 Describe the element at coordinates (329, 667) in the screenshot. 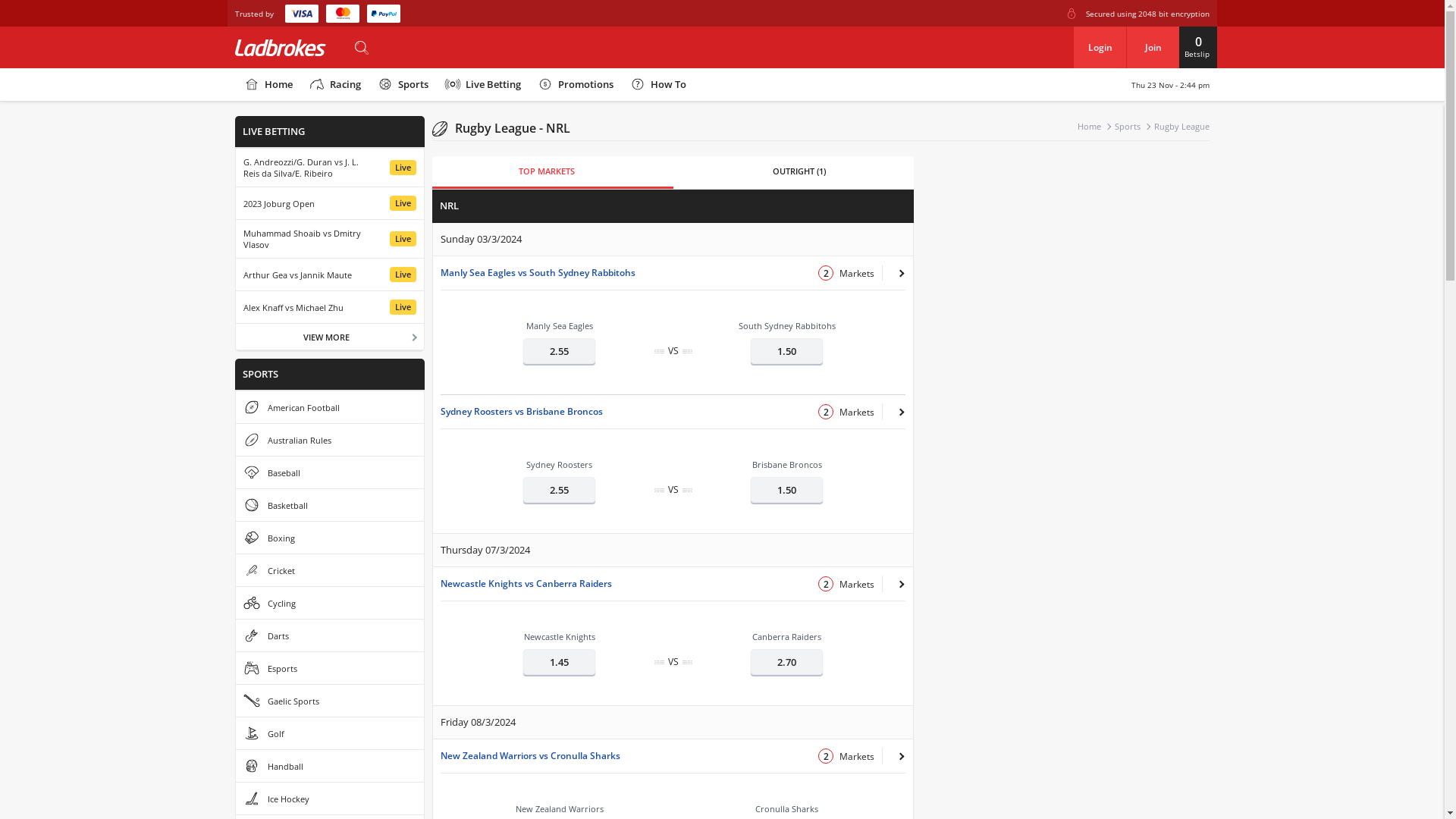

I see `'Esports'` at that location.